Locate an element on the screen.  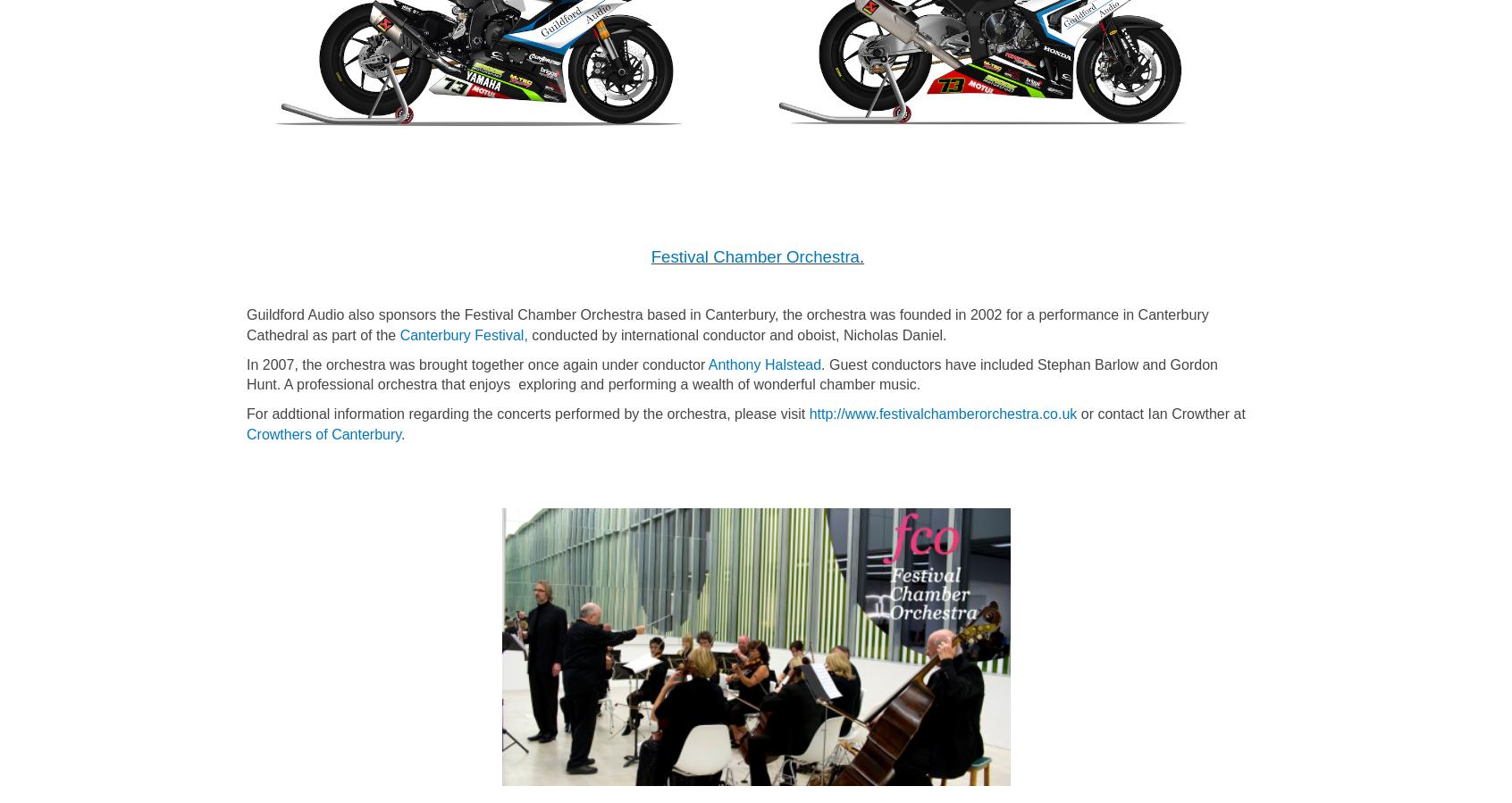
'http://www.festivalchamberorchestra.co.uk' is located at coordinates (941, 414).